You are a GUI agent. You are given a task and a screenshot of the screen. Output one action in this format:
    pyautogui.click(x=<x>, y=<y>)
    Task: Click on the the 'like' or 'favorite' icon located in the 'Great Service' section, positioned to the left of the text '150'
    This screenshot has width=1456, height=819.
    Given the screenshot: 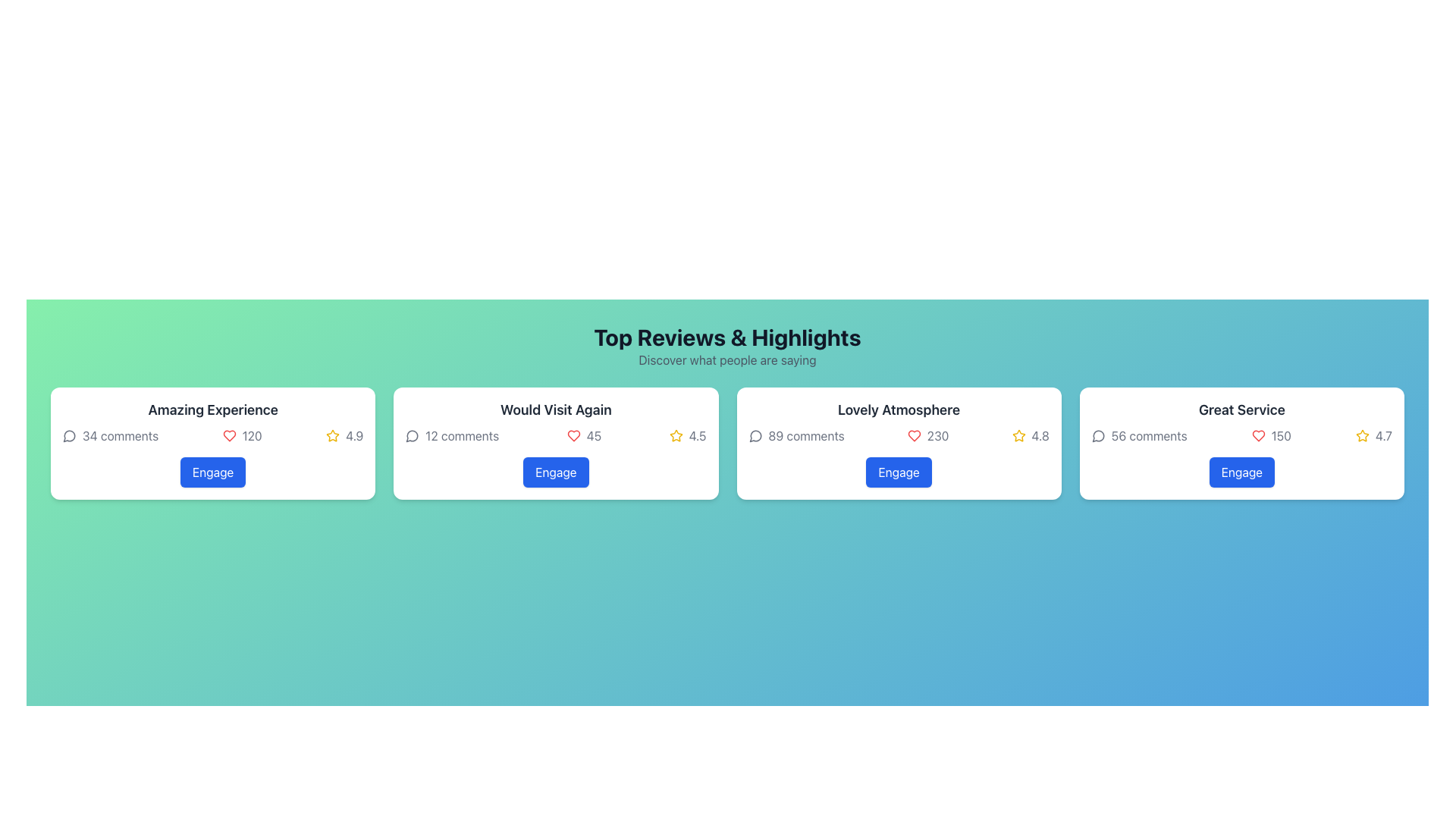 What is the action you would take?
    pyautogui.click(x=1258, y=435)
    